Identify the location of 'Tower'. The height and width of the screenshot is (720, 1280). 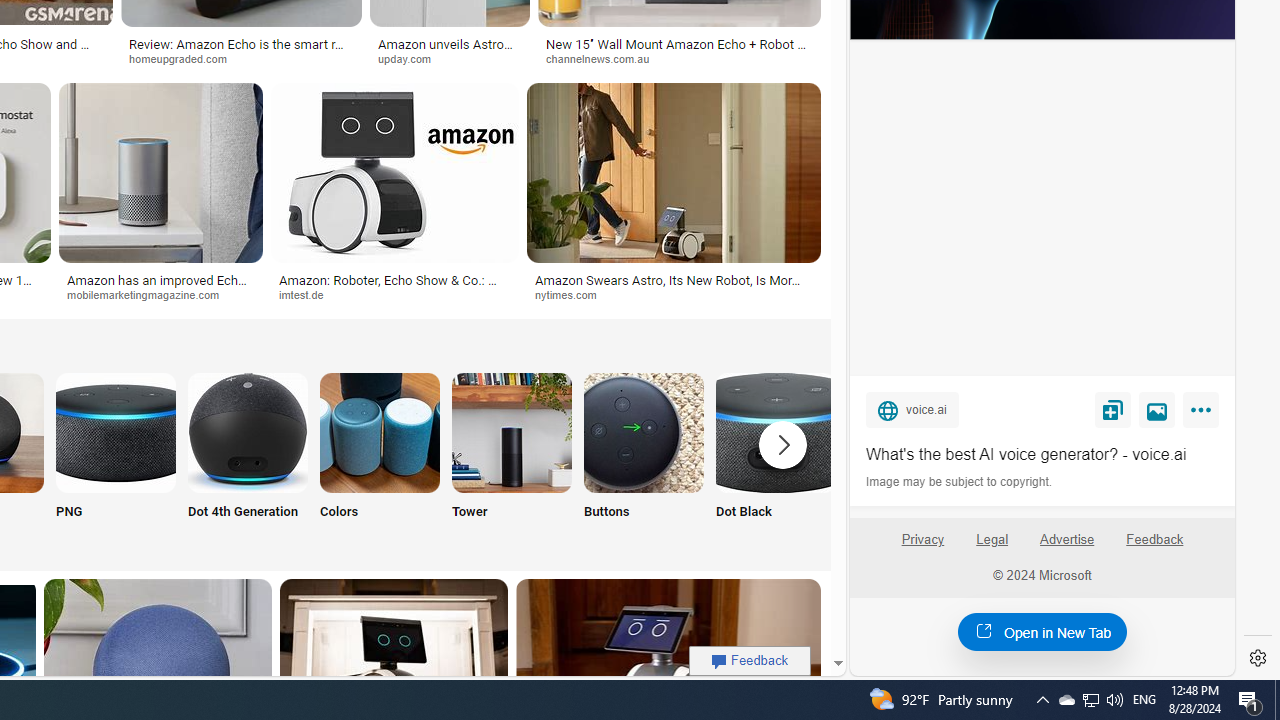
(512, 457).